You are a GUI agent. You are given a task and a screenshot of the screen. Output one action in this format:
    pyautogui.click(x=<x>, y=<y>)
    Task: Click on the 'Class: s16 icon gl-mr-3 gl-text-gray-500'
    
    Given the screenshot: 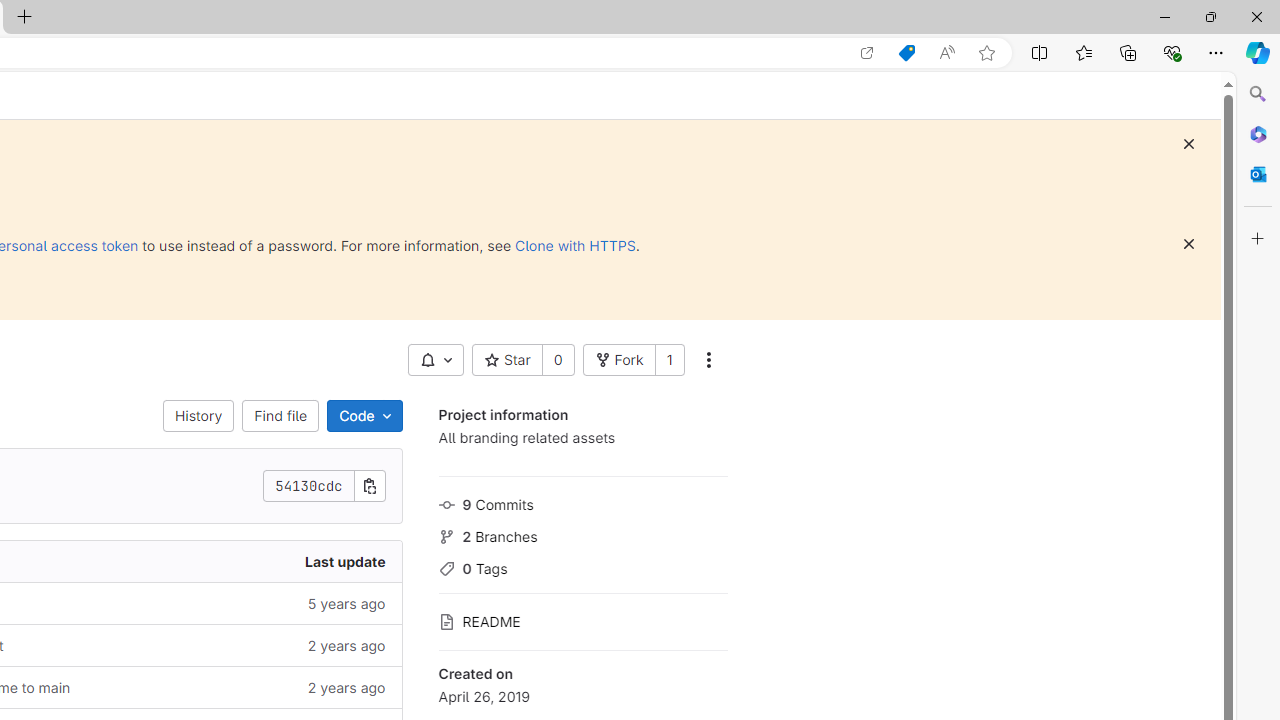 What is the action you would take?
    pyautogui.click(x=445, y=621)
    